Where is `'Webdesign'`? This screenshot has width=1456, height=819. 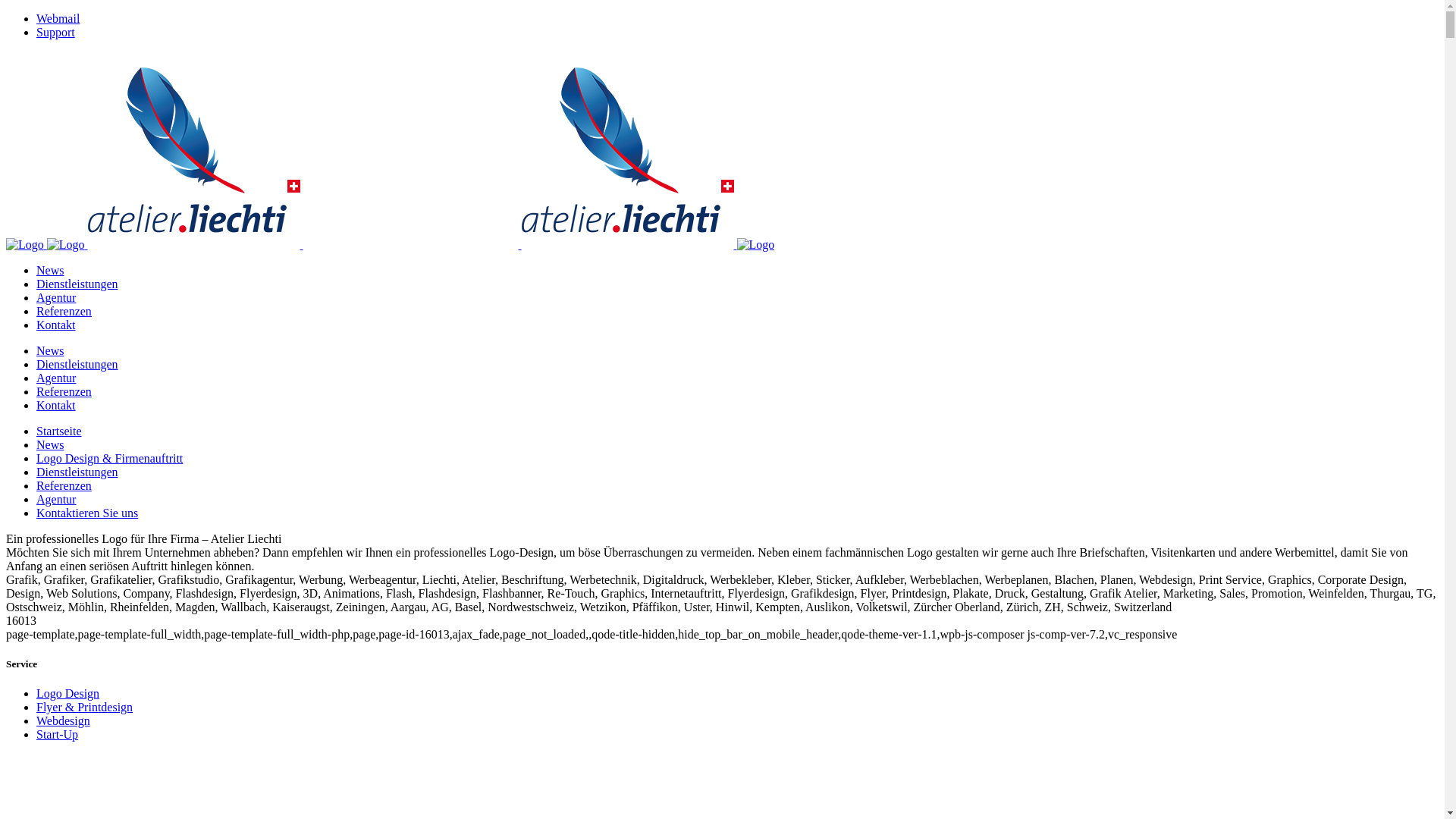
'Webdesign' is located at coordinates (62, 720).